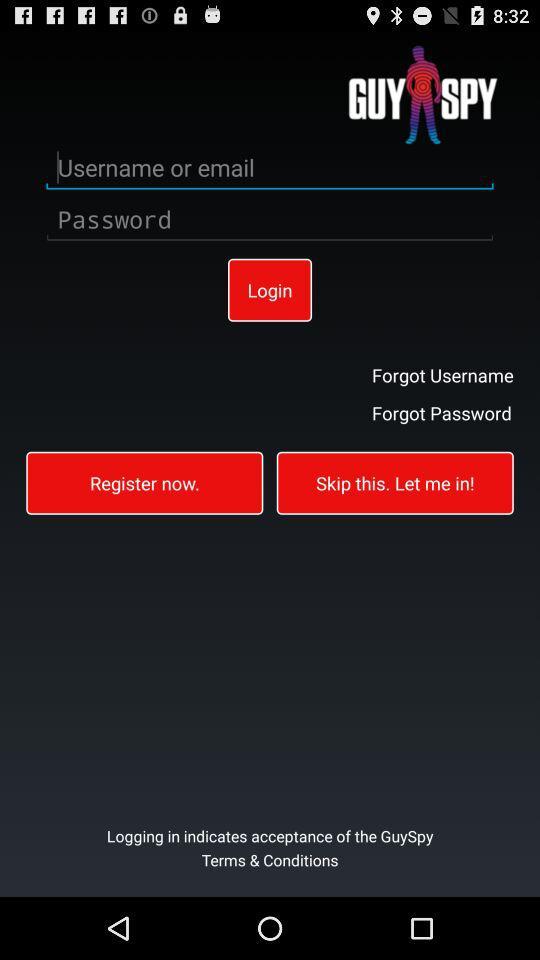 This screenshot has height=960, width=540. I want to click on register now., so click(143, 481).